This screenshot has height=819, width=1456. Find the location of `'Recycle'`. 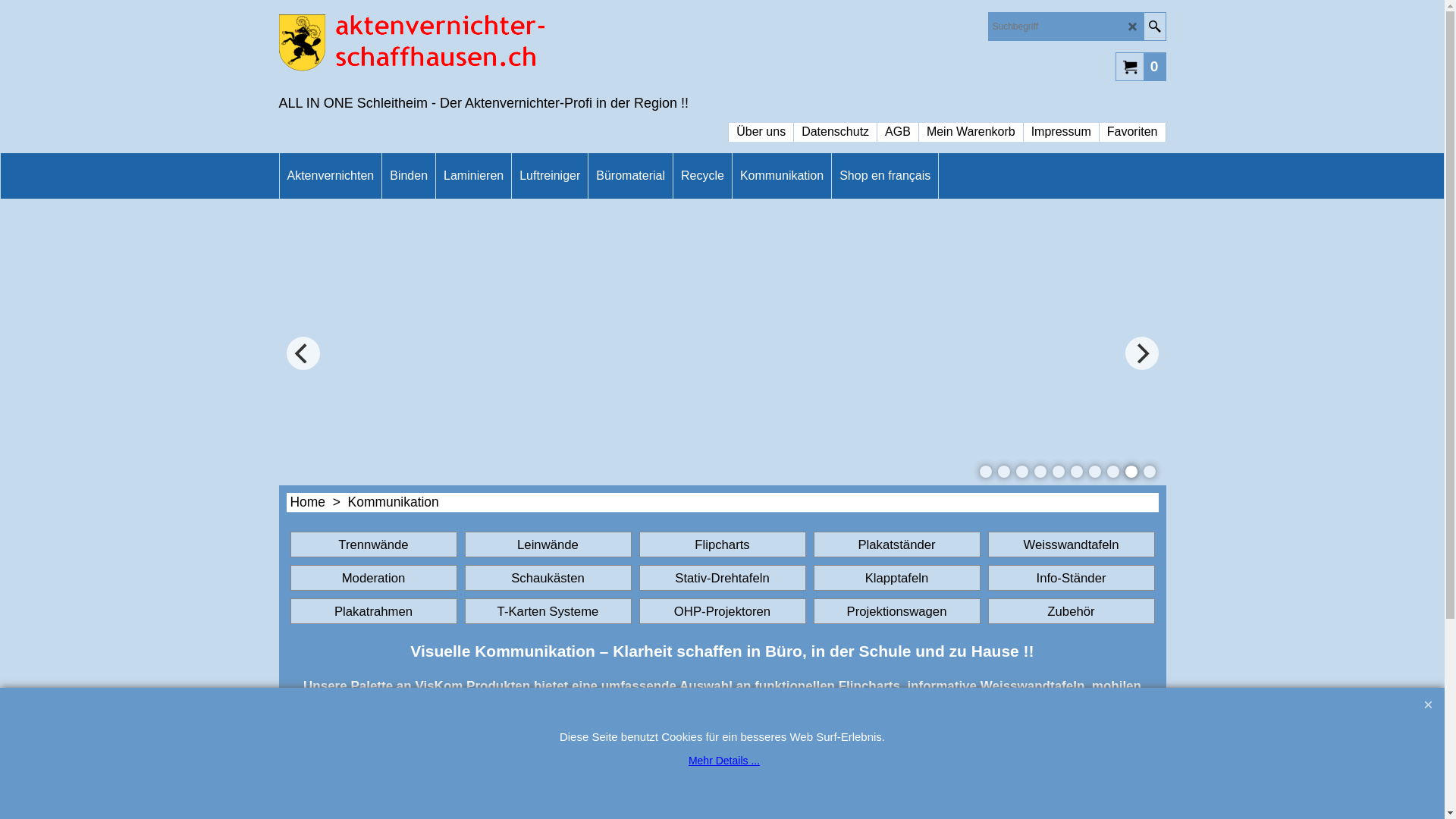

'Recycle' is located at coordinates (701, 174).